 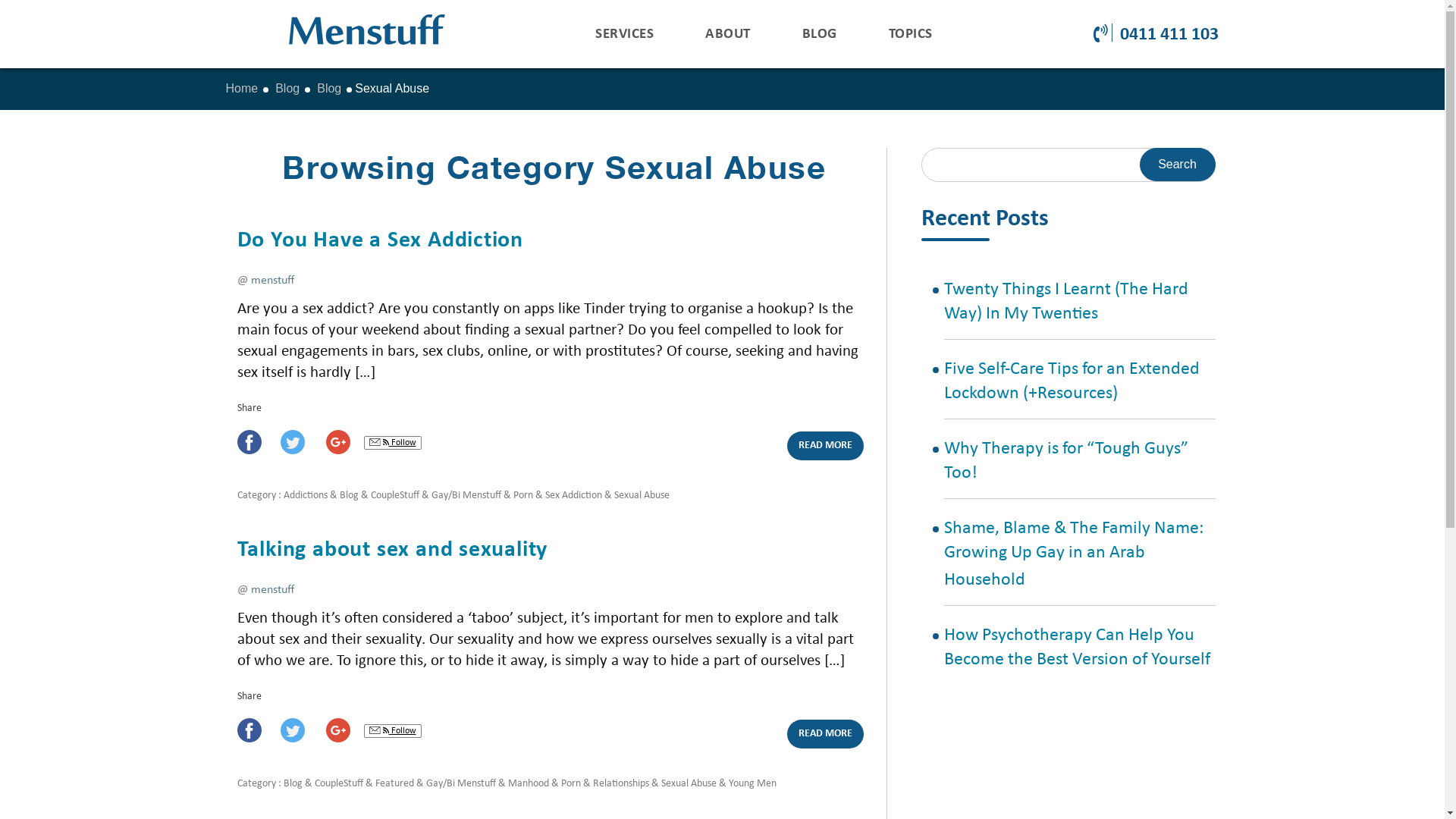 I want to click on 'Search', so click(x=1175, y=164).